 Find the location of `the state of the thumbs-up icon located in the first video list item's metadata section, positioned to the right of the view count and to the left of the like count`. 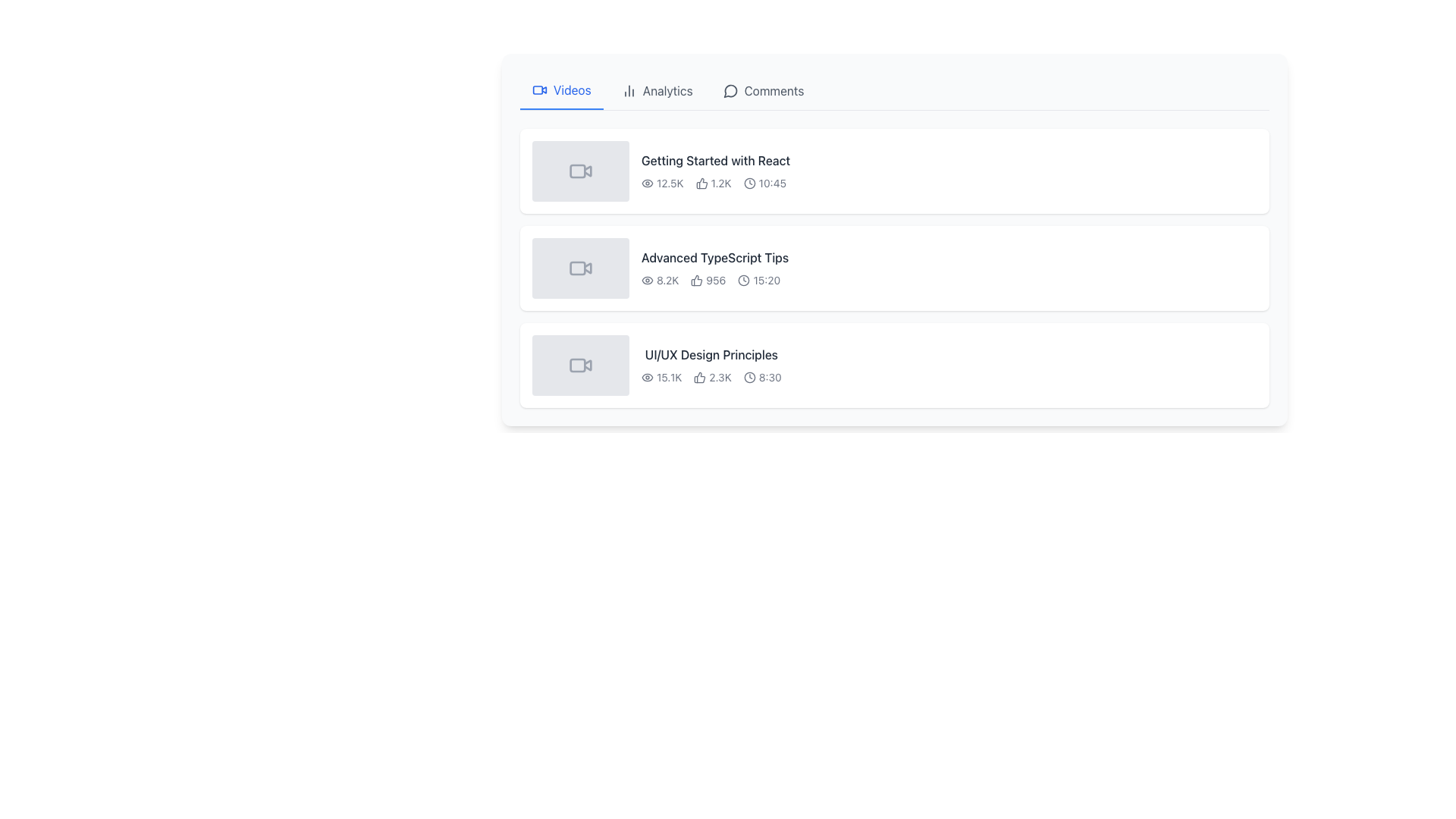

the state of the thumbs-up icon located in the first video list item's metadata section, positioned to the right of the view count and to the left of the like count is located at coordinates (701, 183).